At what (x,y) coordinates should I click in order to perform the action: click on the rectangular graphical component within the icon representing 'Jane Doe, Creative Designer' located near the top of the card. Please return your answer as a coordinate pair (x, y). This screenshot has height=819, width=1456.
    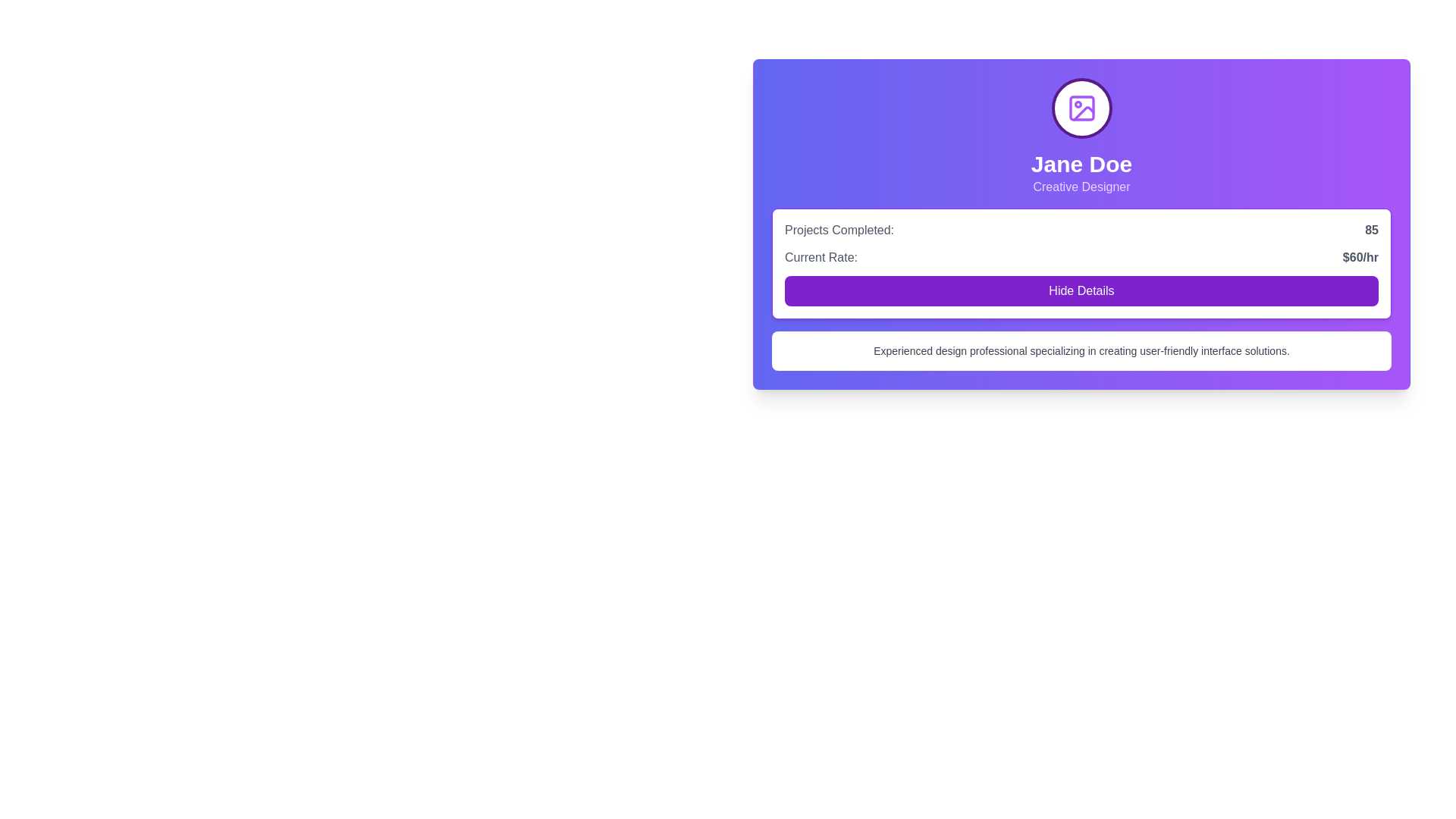
    Looking at the image, I should click on (1081, 107).